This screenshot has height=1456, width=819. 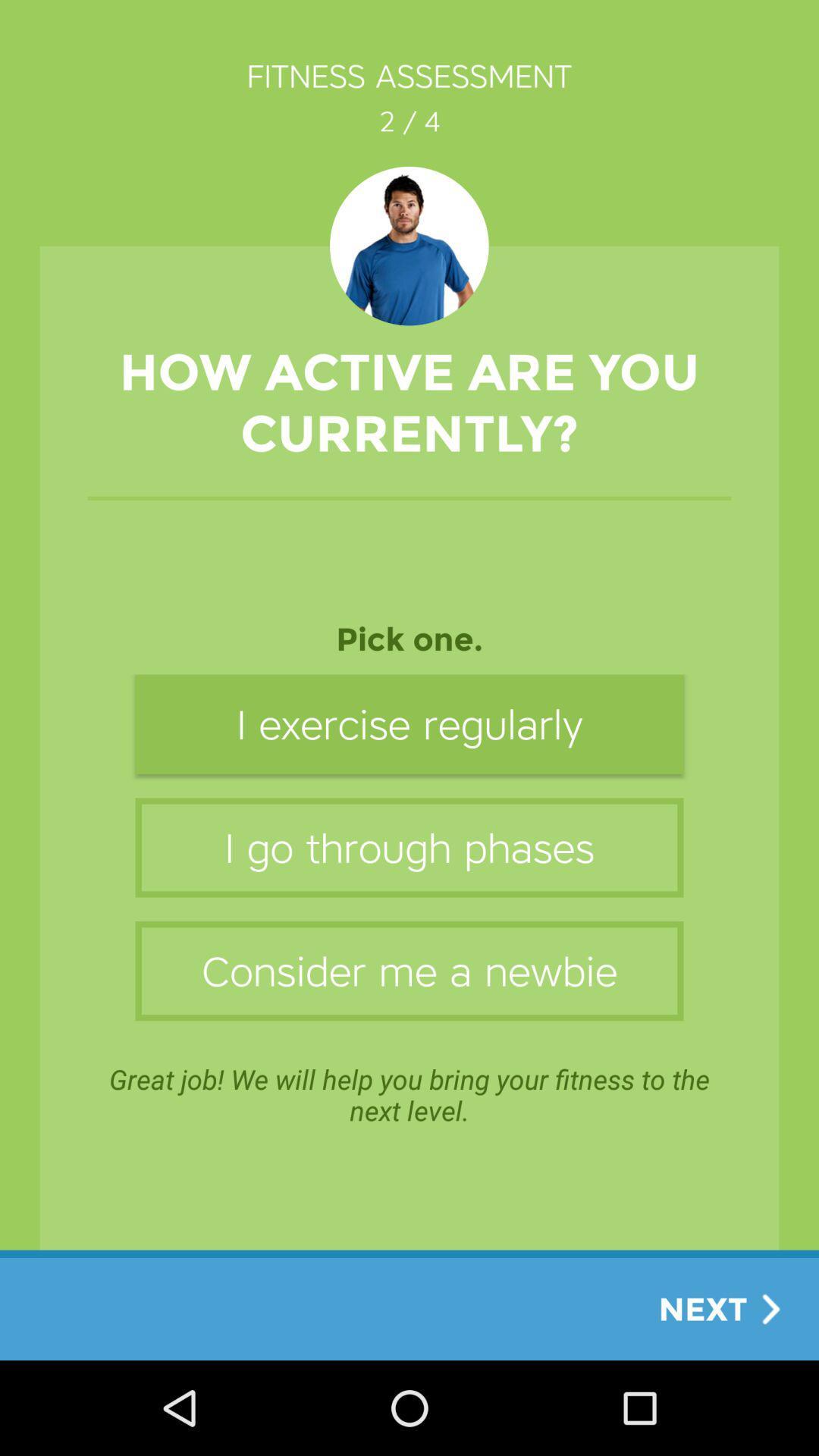 What do you see at coordinates (409, 971) in the screenshot?
I see `consider me a icon` at bounding box center [409, 971].